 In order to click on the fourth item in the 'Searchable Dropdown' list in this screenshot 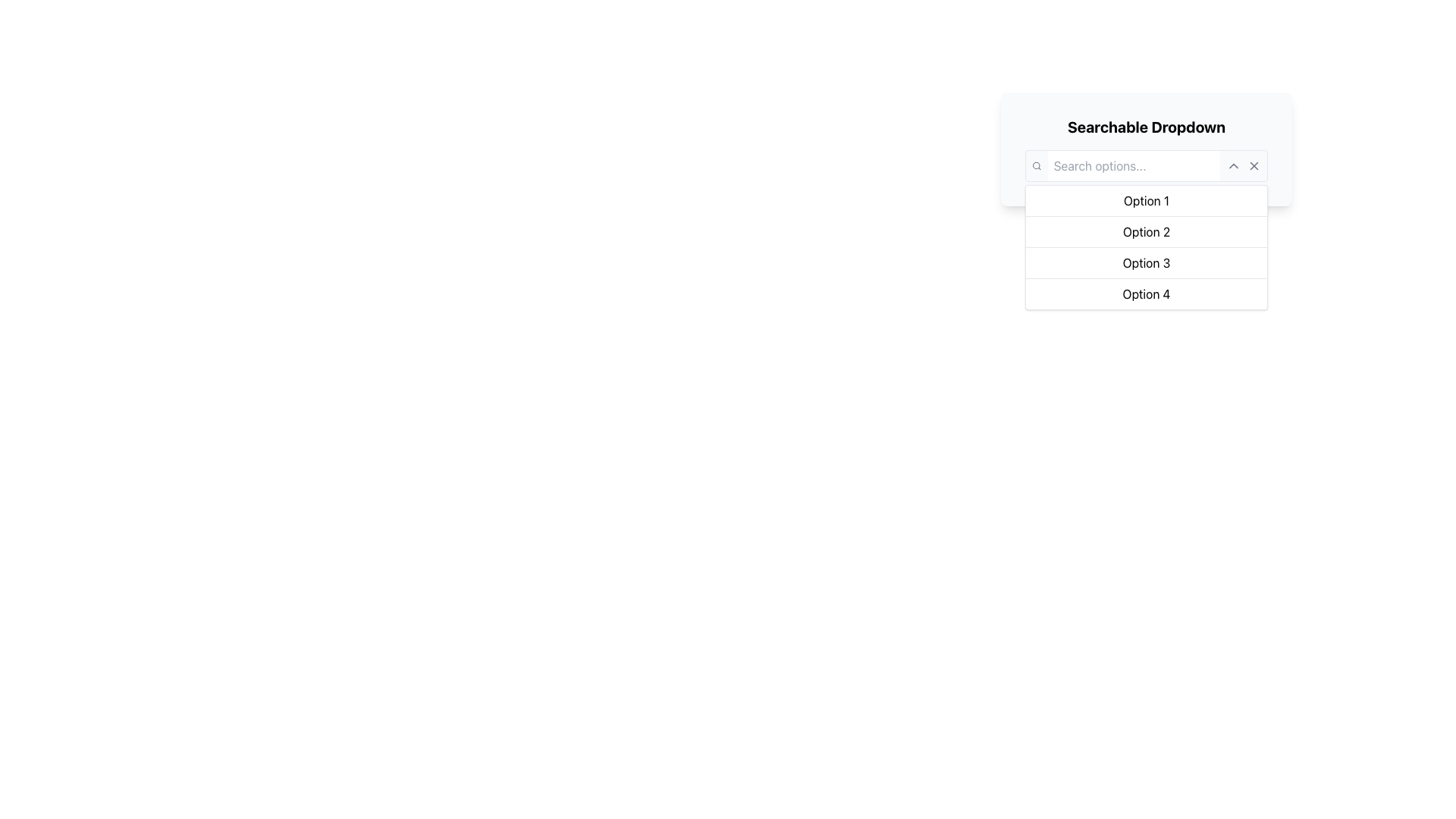, I will do `click(1147, 293)`.